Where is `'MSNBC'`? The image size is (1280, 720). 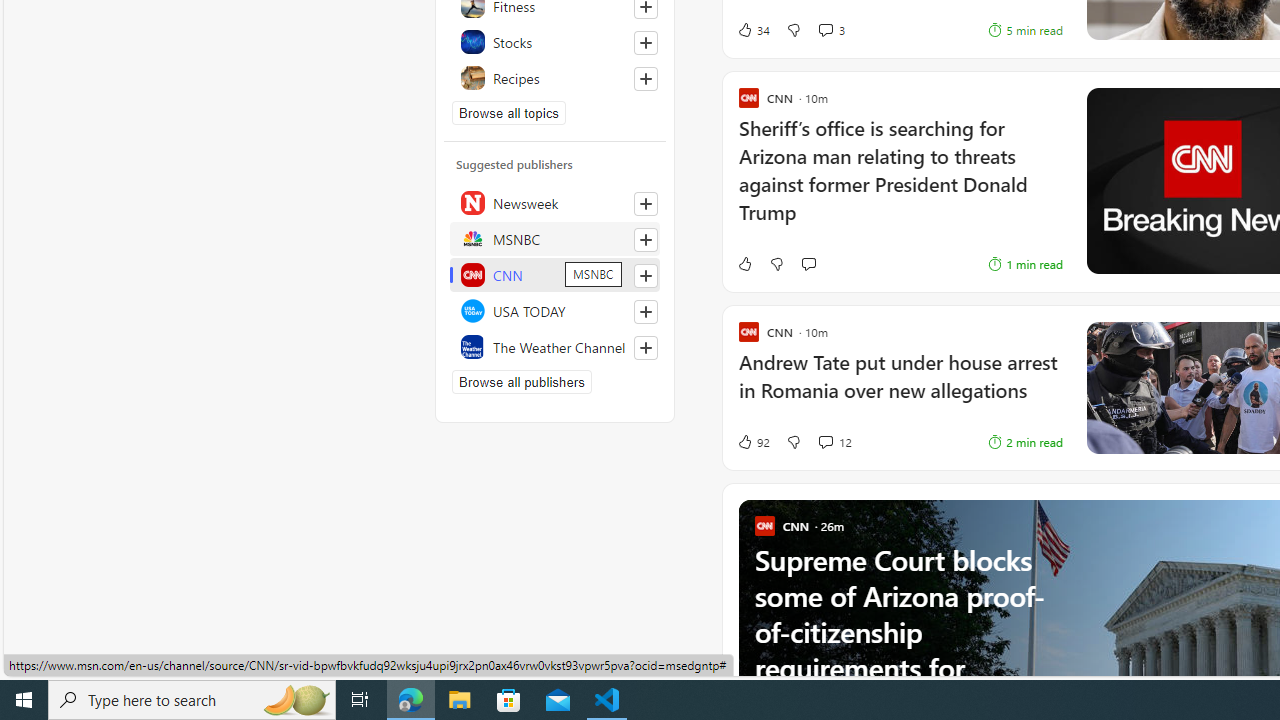 'MSNBC' is located at coordinates (555, 238).